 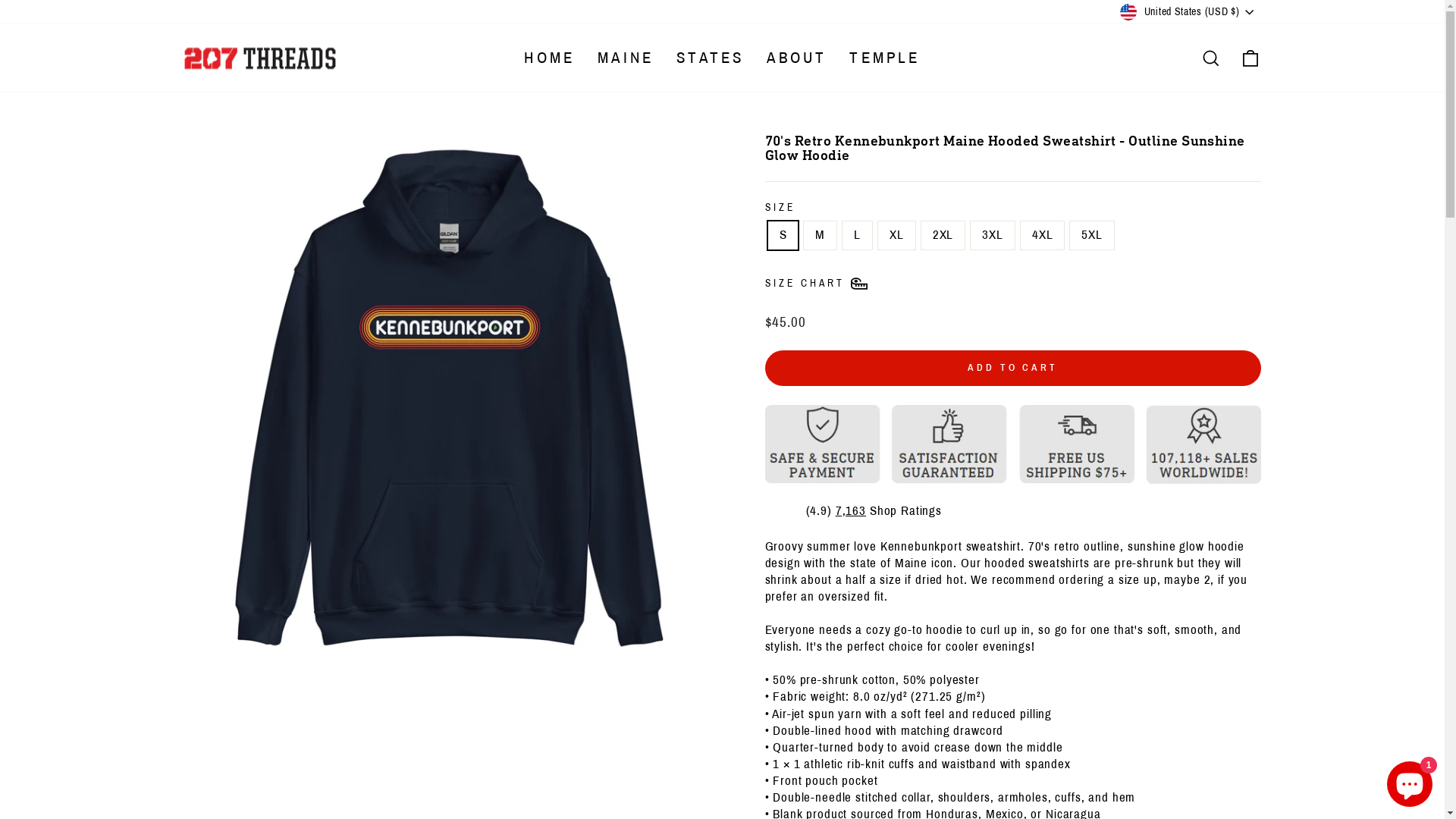 What do you see at coordinates (1210, 57) in the screenshot?
I see `'SEARCH'` at bounding box center [1210, 57].